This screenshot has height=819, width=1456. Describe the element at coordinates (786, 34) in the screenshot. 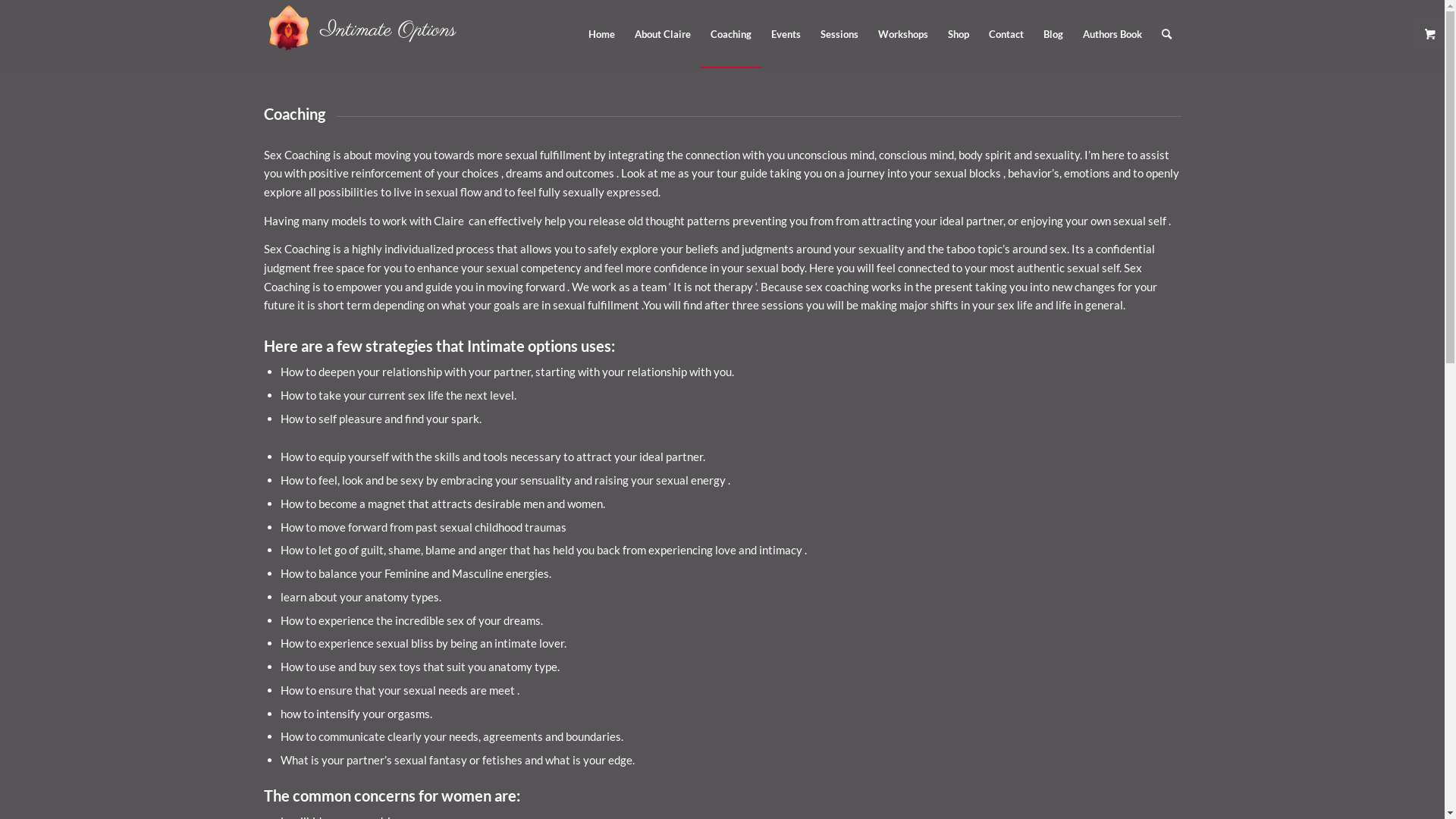

I see `'Events'` at that location.